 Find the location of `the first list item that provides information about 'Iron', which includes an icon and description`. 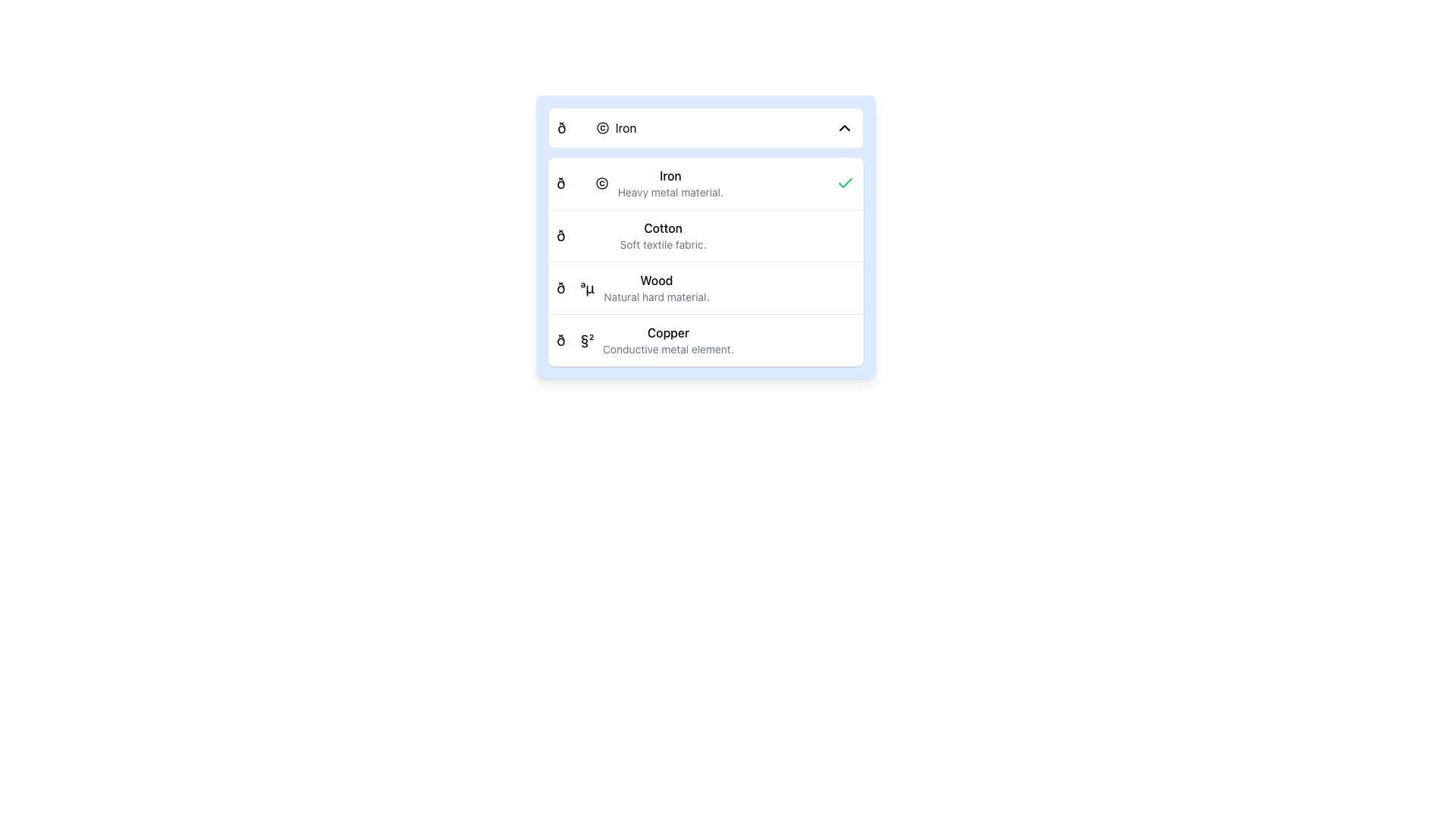

the first list item that provides information about 'Iron', which includes an icon and description is located at coordinates (704, 183).